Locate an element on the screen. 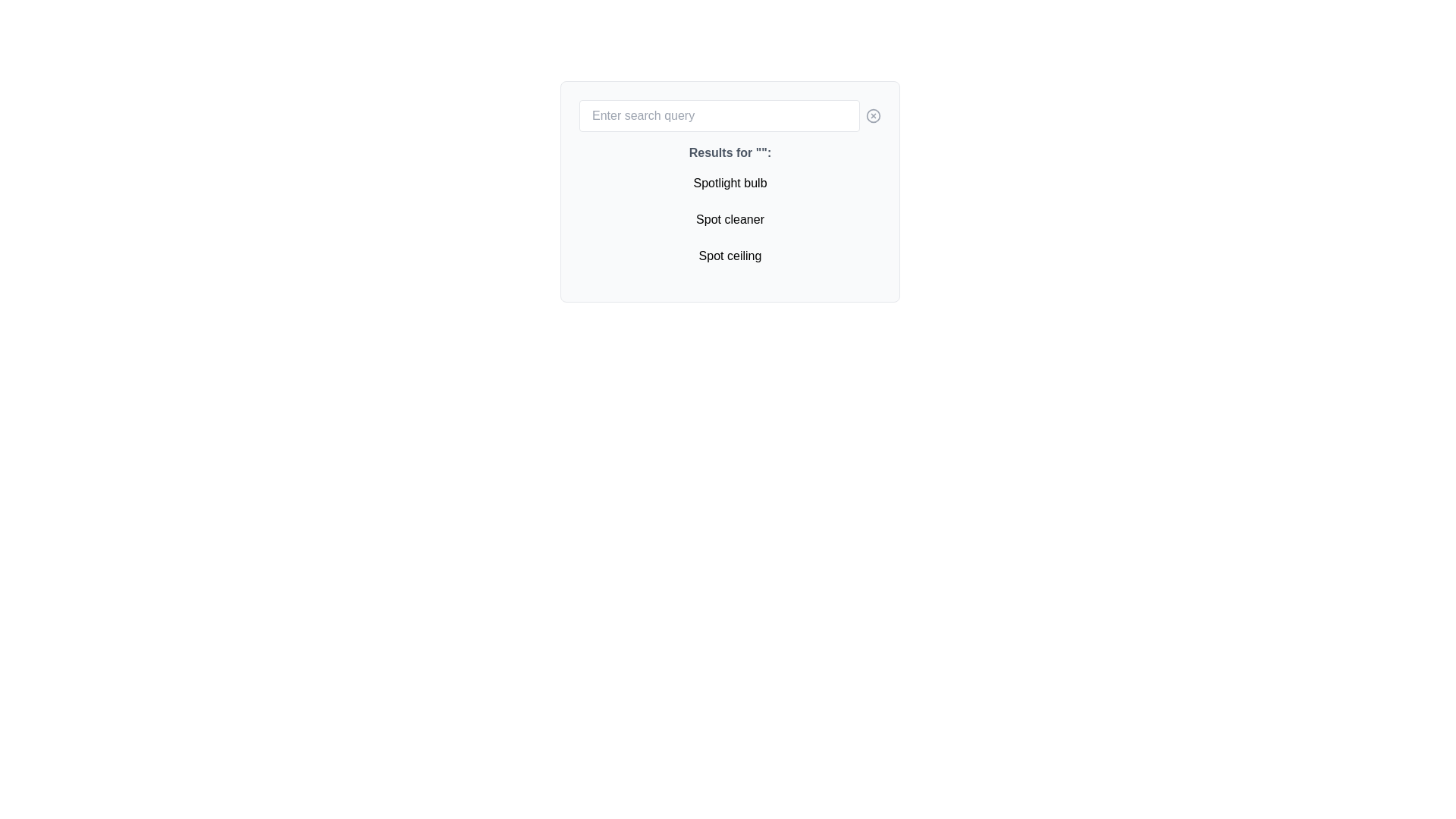 The width and height of the screenshot is (1456, 819). text element, which is the lowercase letter 'p' in the word 'Spot cleaner', styled in a sans-serif font and colored black against a white background is located at coordinates (707, 219).